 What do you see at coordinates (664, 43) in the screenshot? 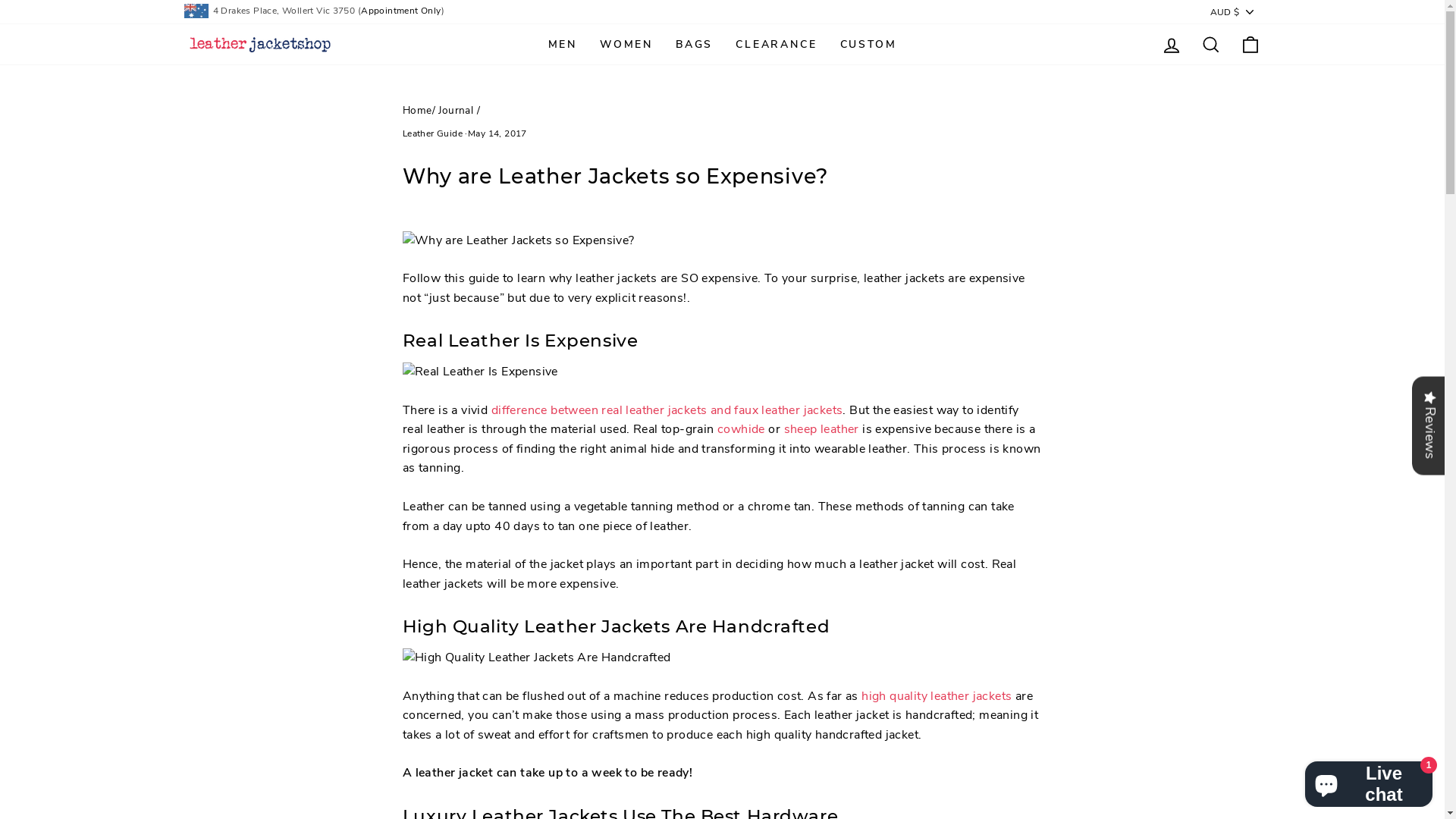
I see `'BAGS'` at bounding box center [664, 43].